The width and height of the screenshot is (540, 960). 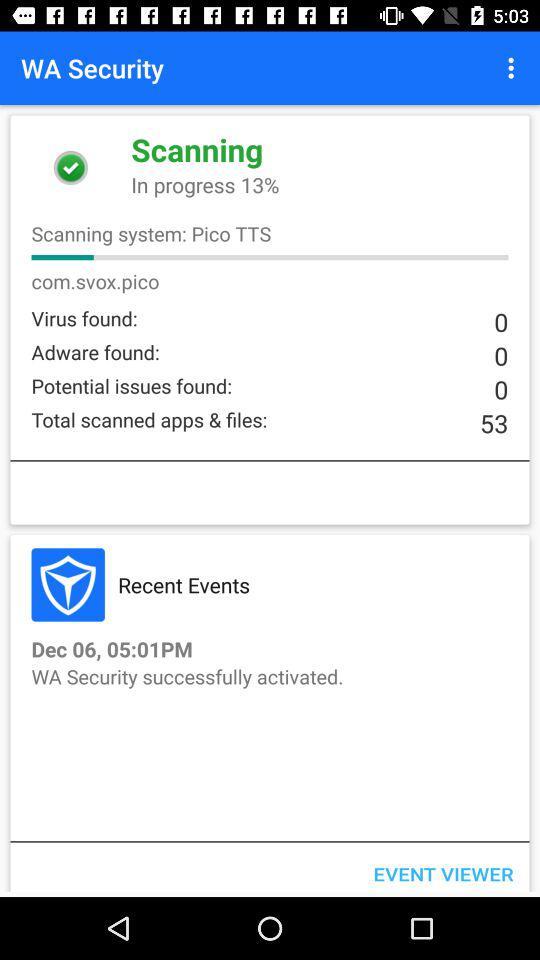 What do you see at coordinates (443, 868) in the screenshot?
I see `event viewer icon` at bounding box center [443, 868].